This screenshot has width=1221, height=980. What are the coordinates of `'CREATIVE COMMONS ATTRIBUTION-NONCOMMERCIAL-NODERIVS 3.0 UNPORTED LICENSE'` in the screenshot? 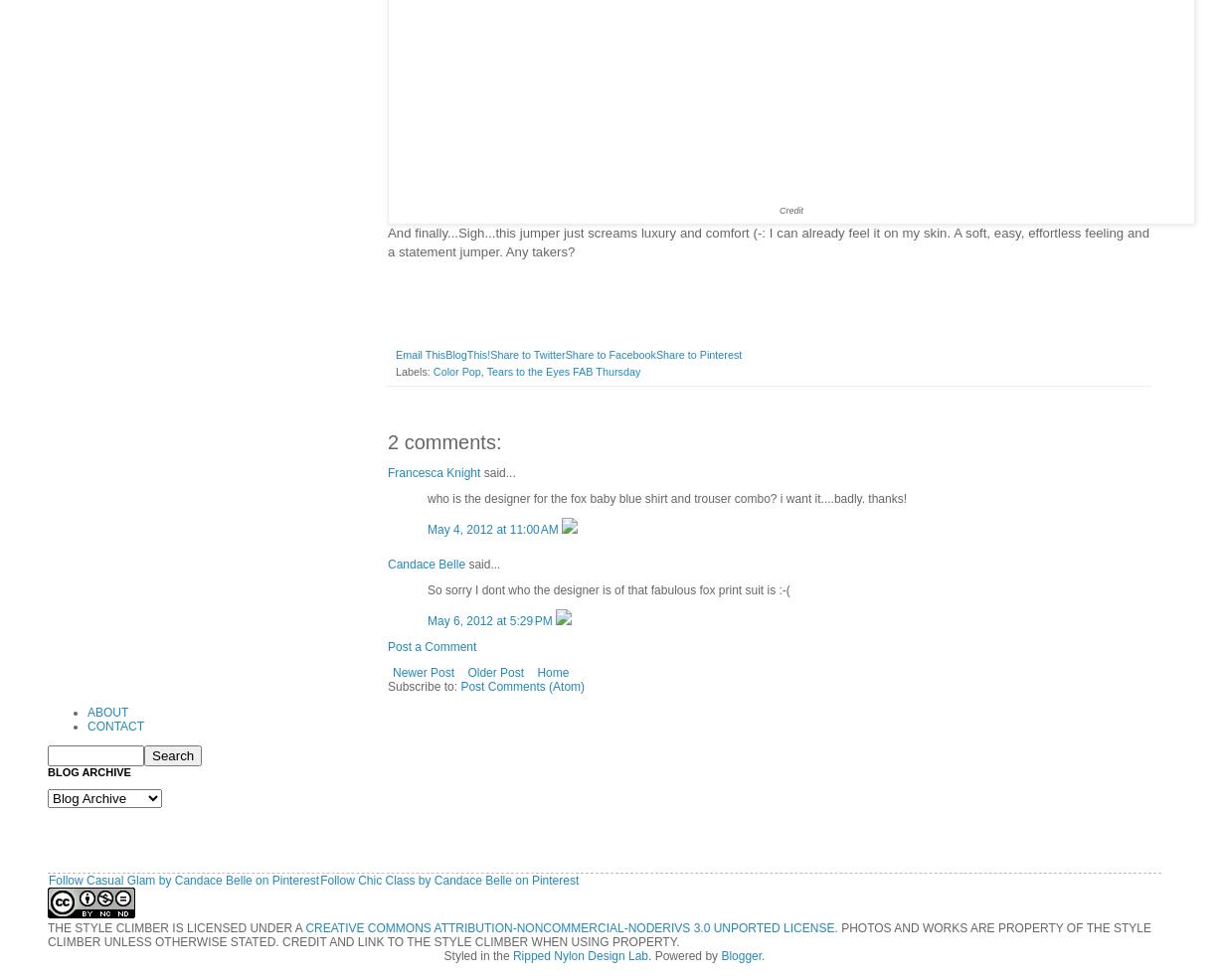 It's located at (305, 928).